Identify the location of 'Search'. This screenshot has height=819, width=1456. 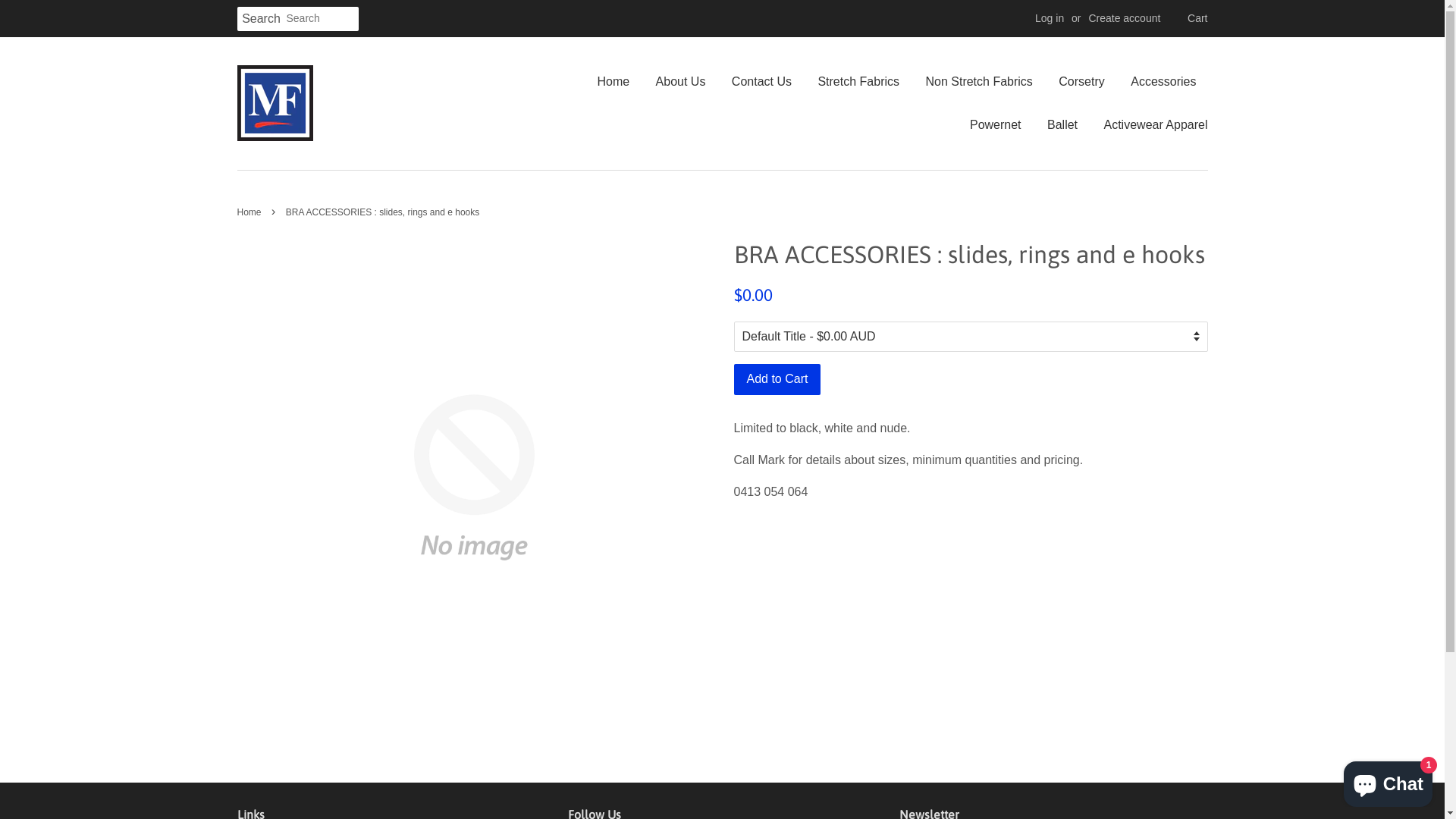
(261, 19).